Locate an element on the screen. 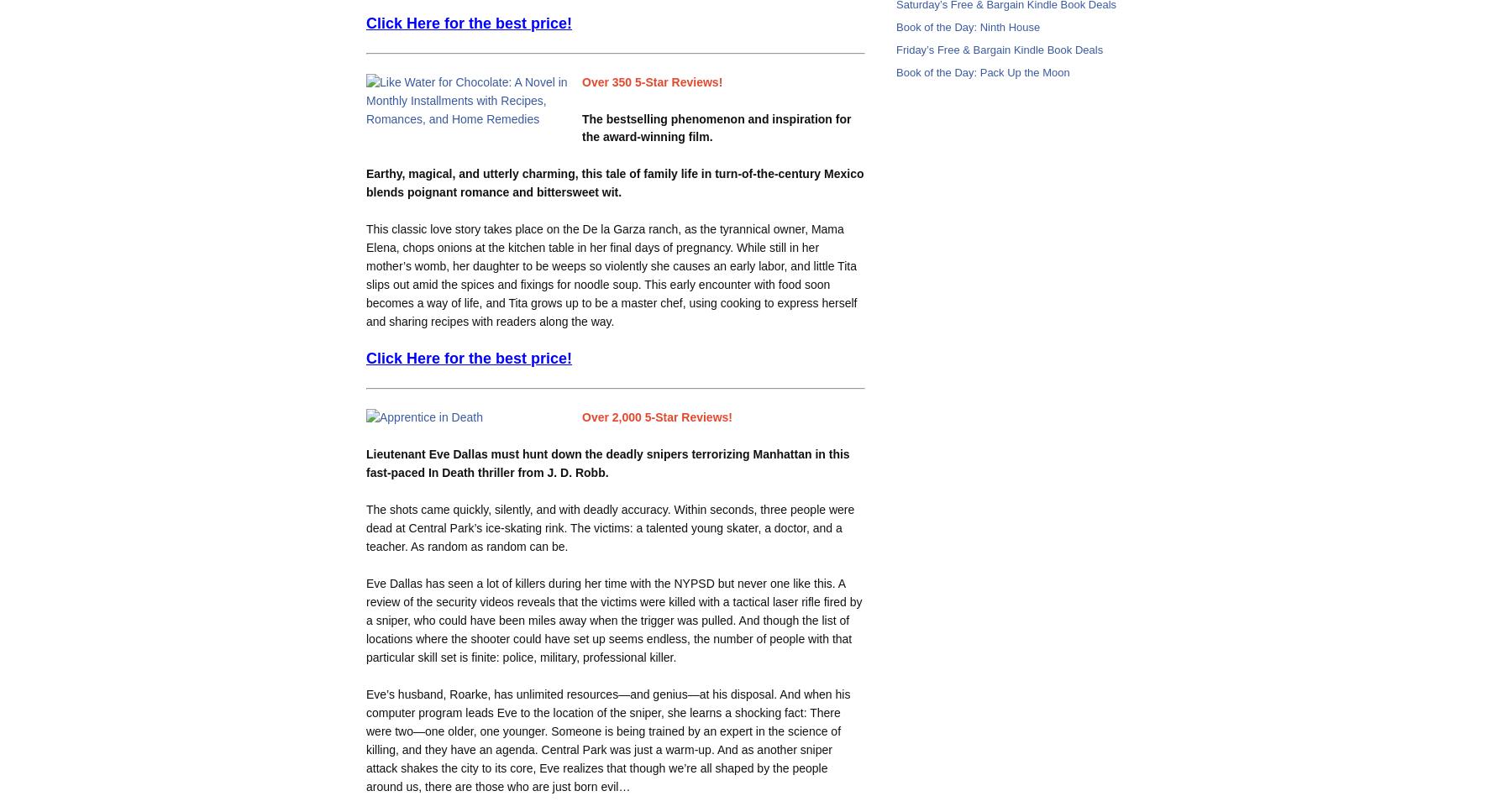  'Lieutenant Eve Dallas must hunt down the deadly snipers terrorizing Manhattan in this fast-paced In Death thriller from J. D. Robb.' is located at coordinates (606, 463).